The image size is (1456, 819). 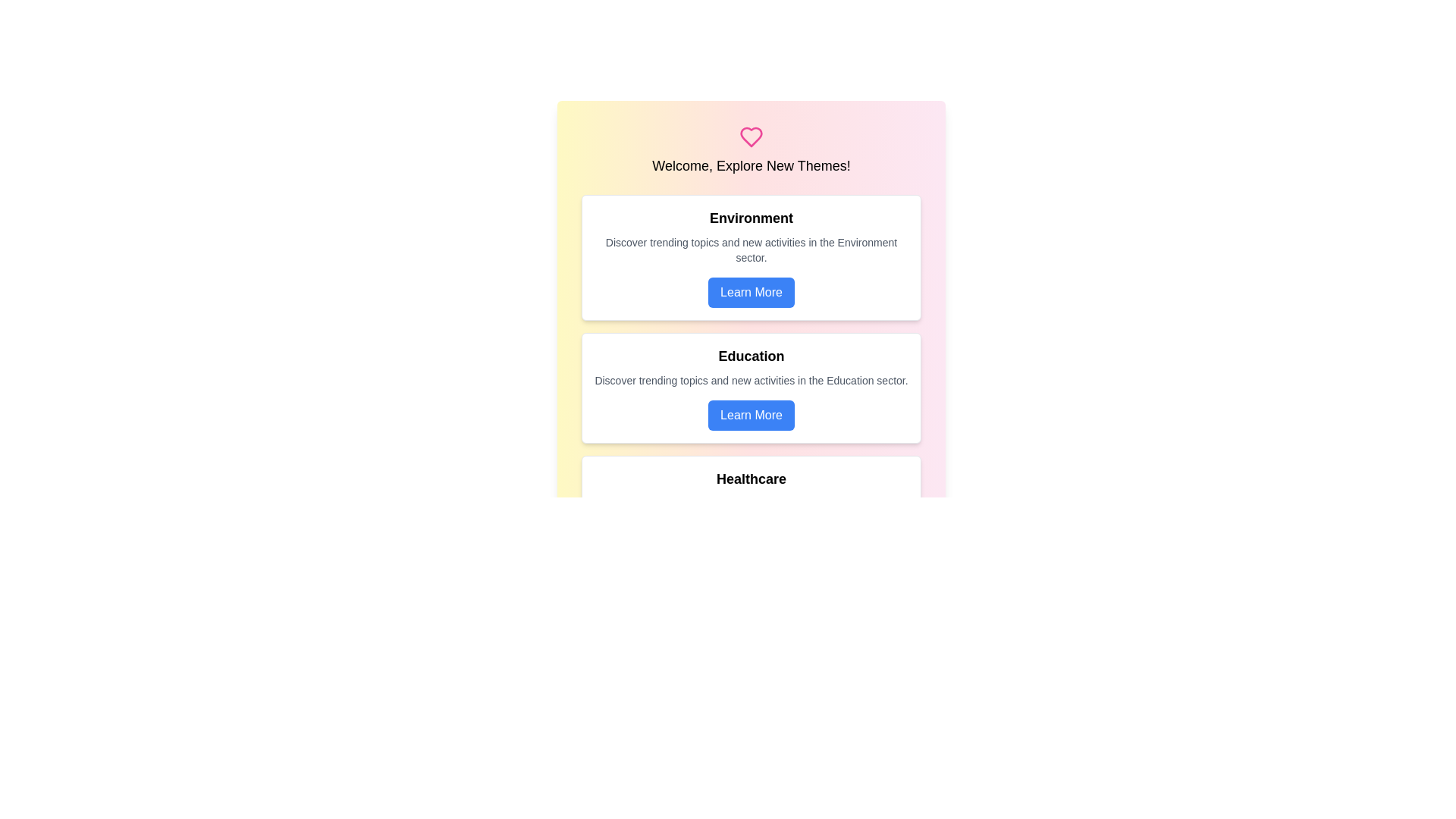 I want to click on the 'Learn More' button with a blue background and white text, located below the text 'Discover trending topics and new activities in the Education sector.', so click(x=751, y=415).